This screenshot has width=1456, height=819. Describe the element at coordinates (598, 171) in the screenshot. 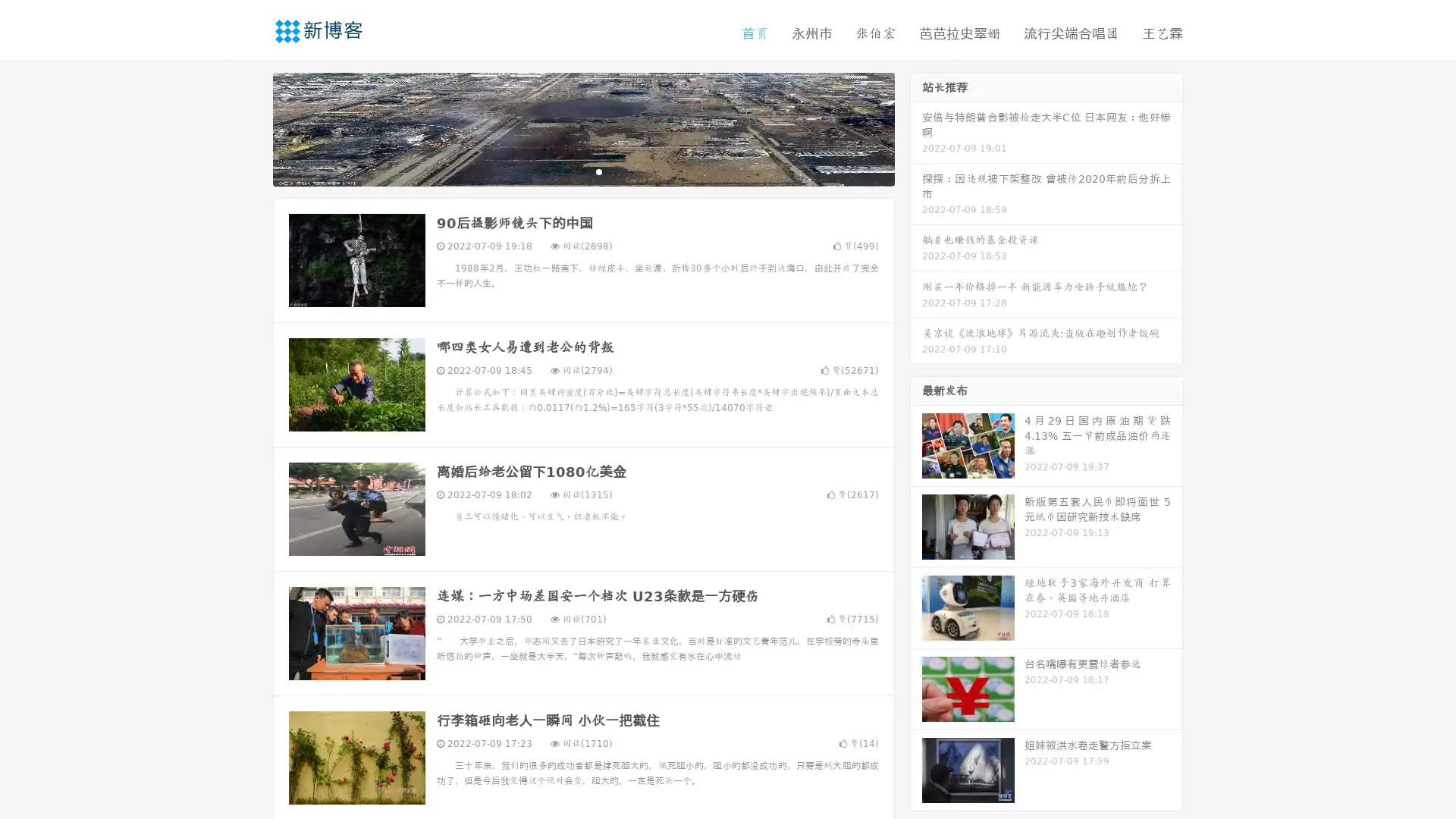

I see `Go to slide 3` at that location.